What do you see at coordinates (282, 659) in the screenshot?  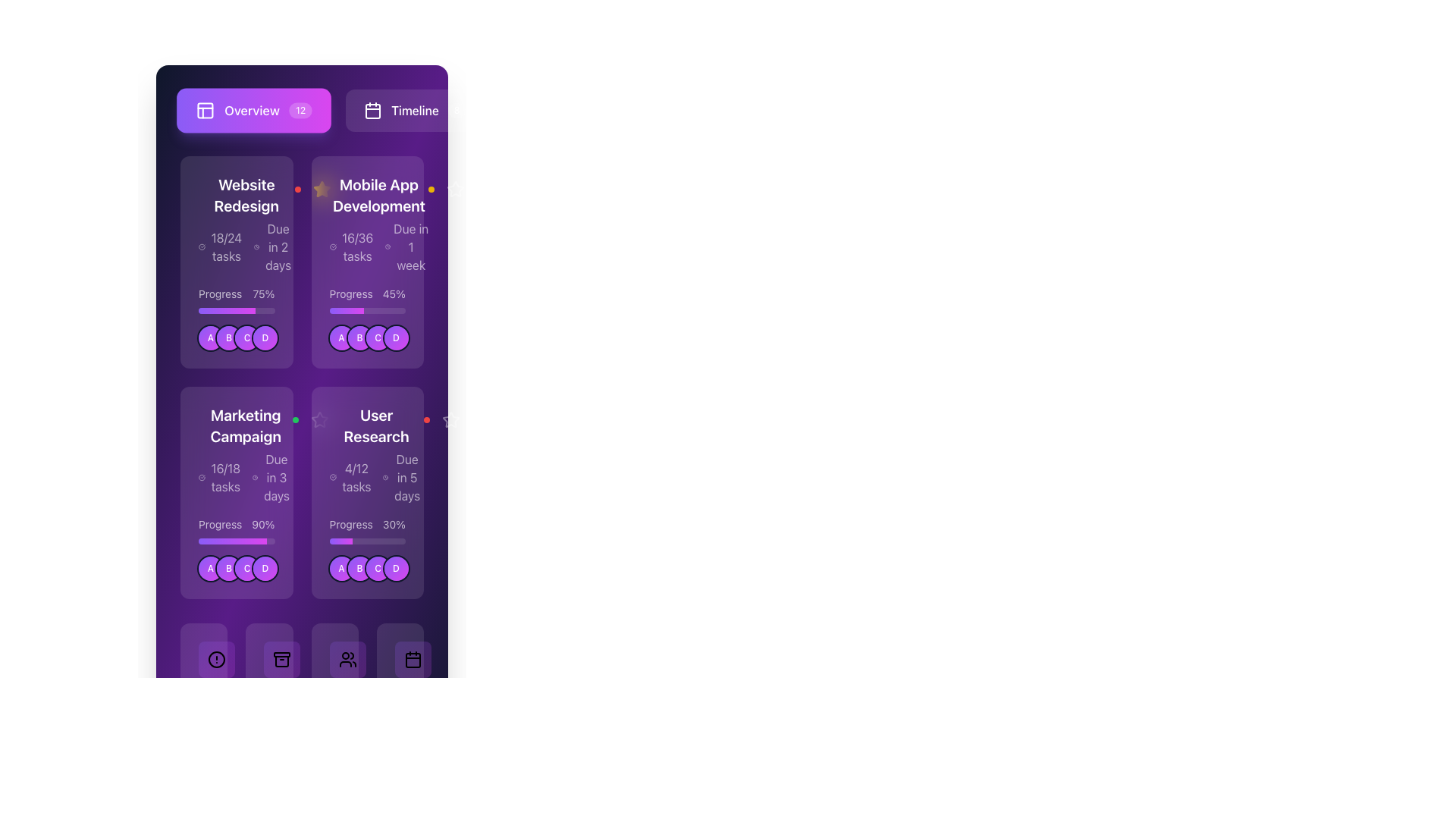 I see `the compact archive box icon located in the bottom navigation bar` at bounding box center [282, 659].